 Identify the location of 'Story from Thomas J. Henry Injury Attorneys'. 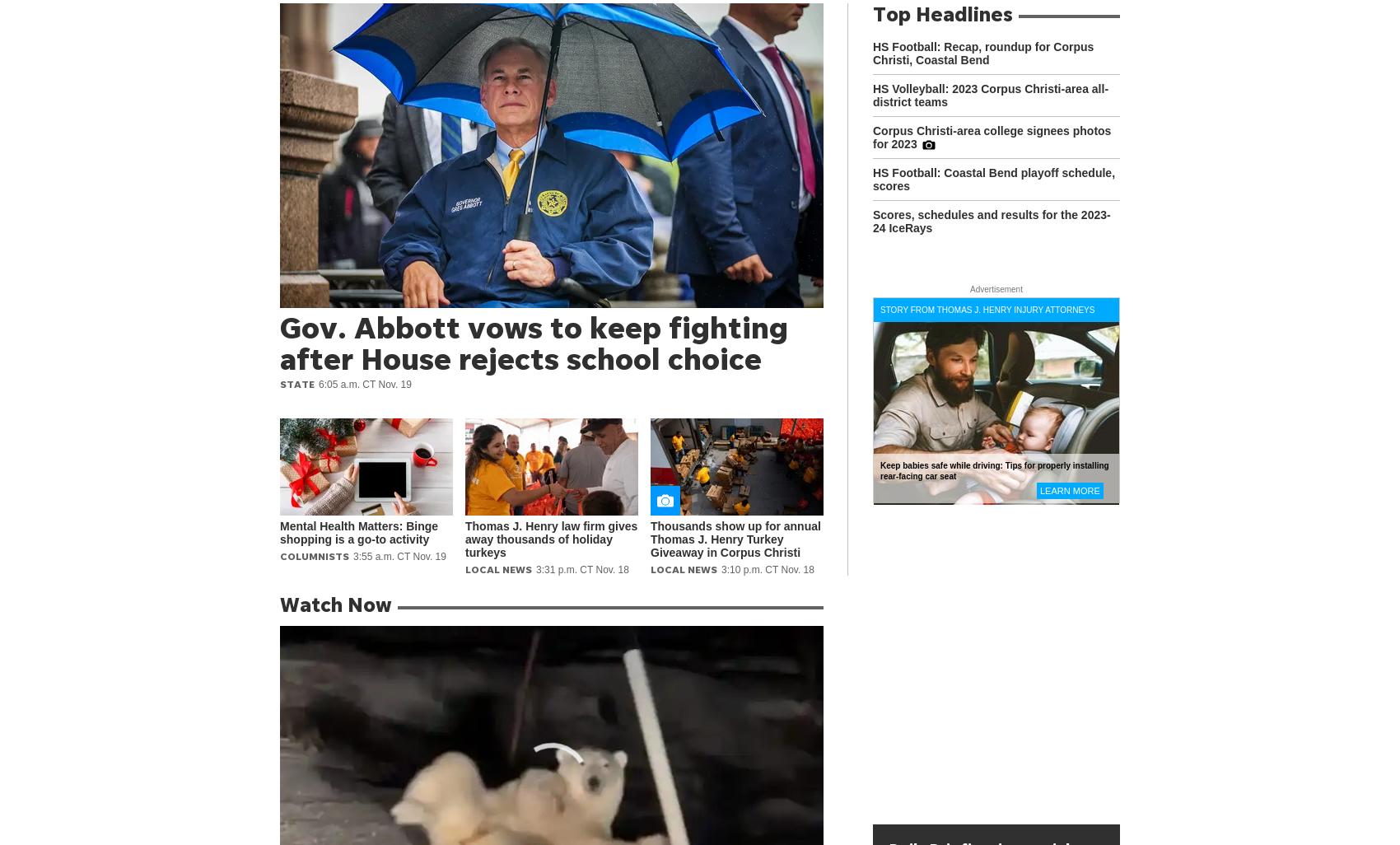
(987, 309).